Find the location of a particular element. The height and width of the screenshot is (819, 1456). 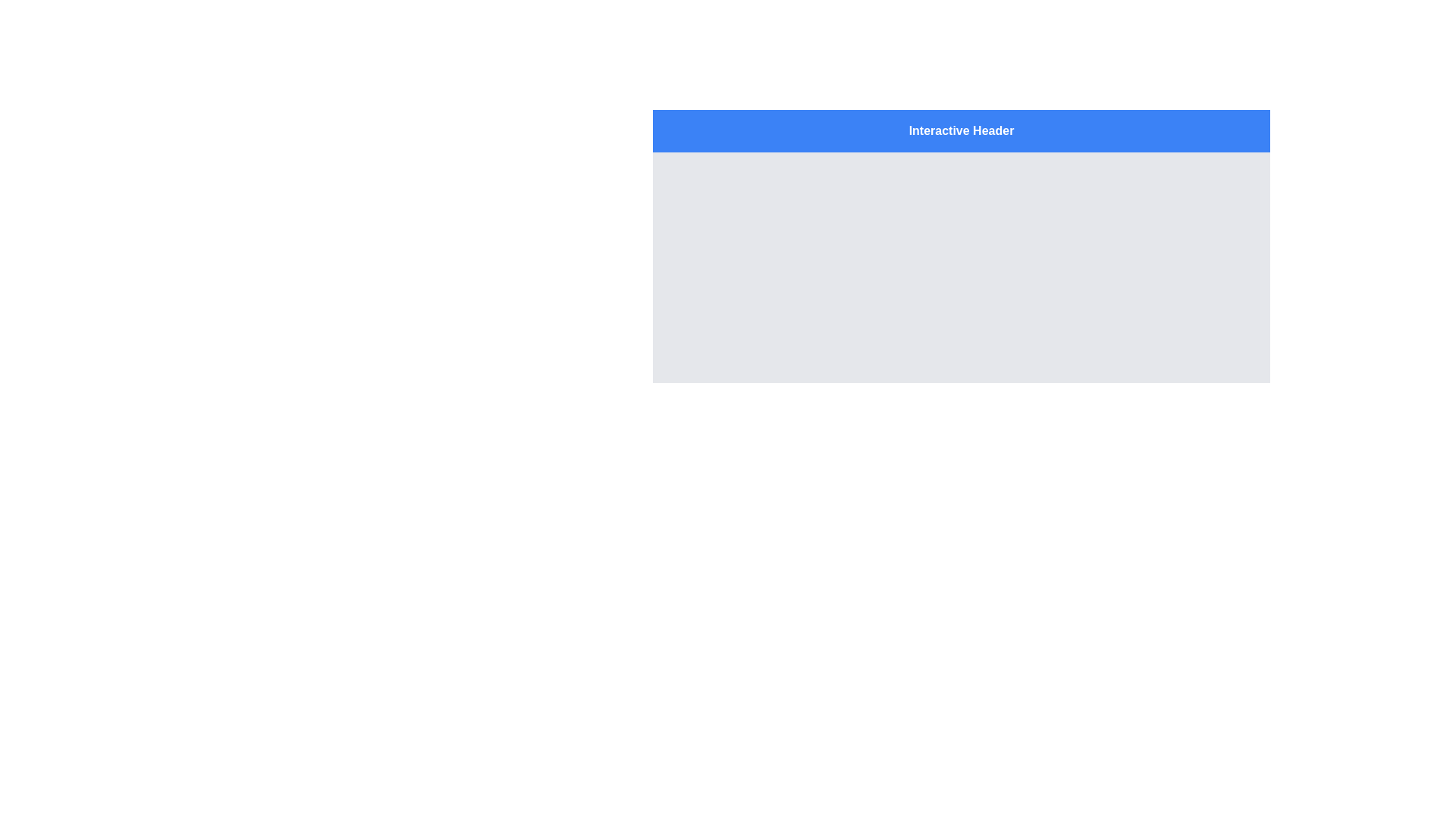

the static text header bar with blue background and bold white text reading 'Interactive Header' is located at coordinates (960, 130).